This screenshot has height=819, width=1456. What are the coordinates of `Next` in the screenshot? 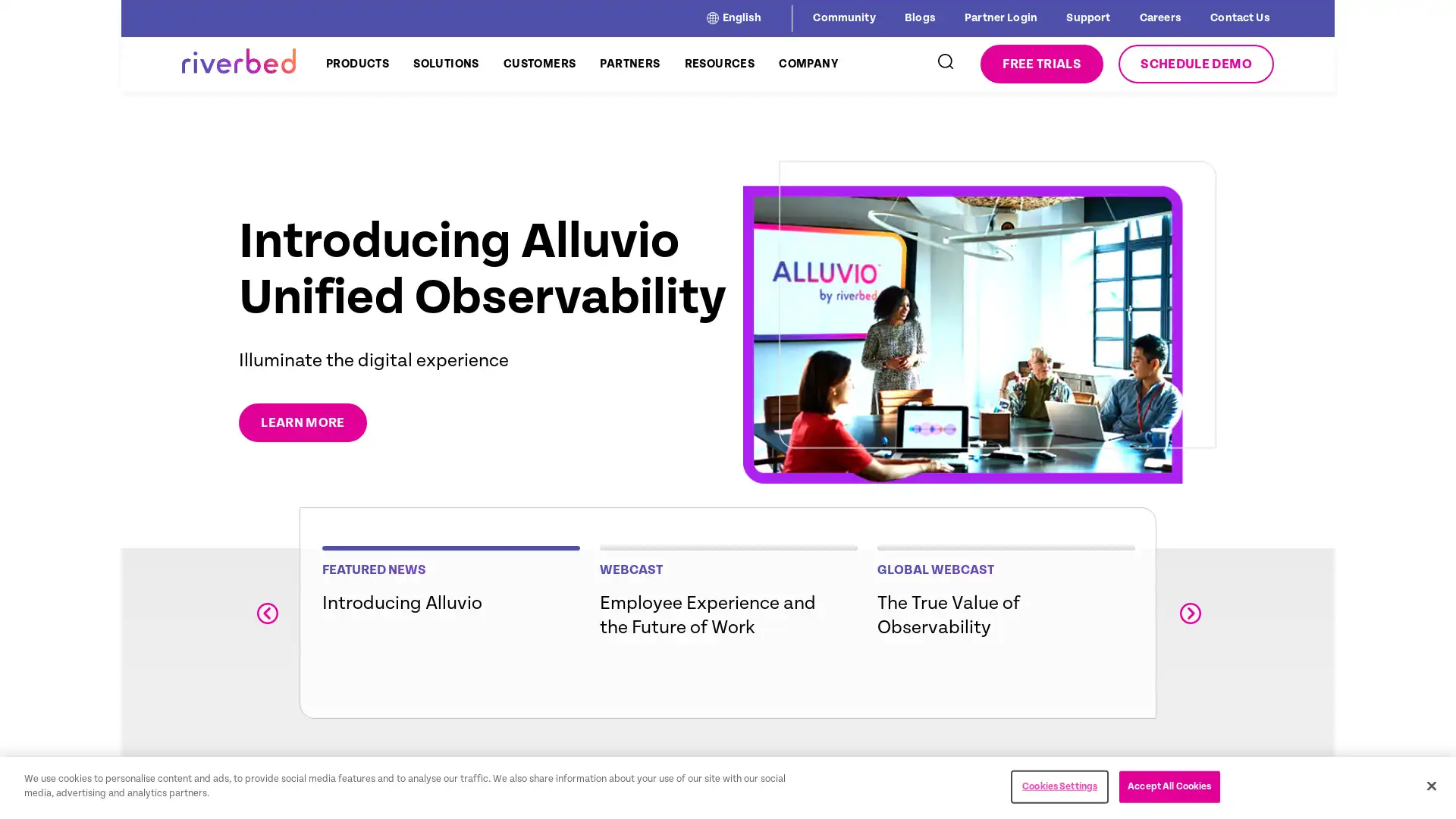 It's located at (1189, 611).